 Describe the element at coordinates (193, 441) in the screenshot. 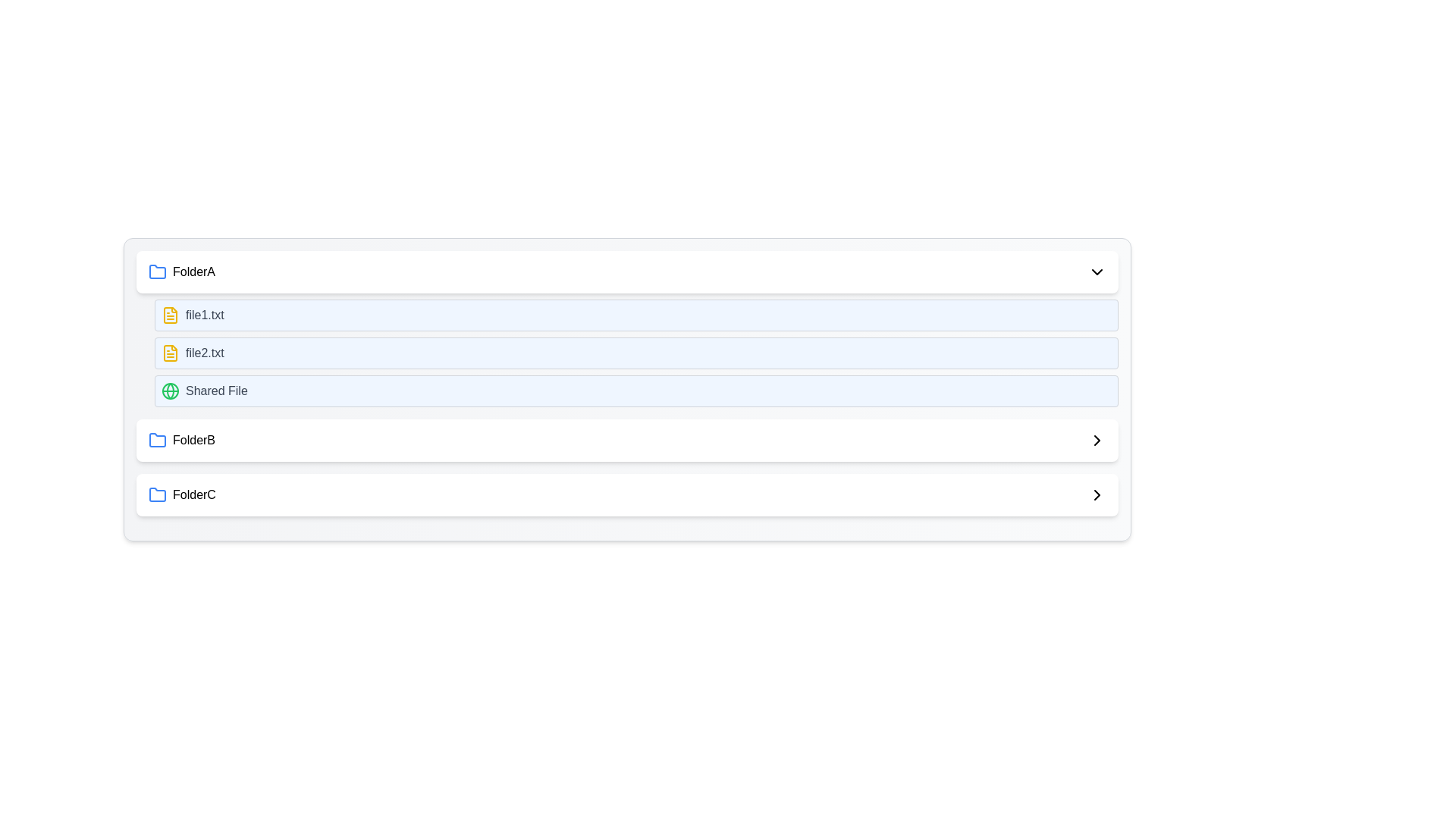

I see `the text label displaying 'FolderB'` at that location.